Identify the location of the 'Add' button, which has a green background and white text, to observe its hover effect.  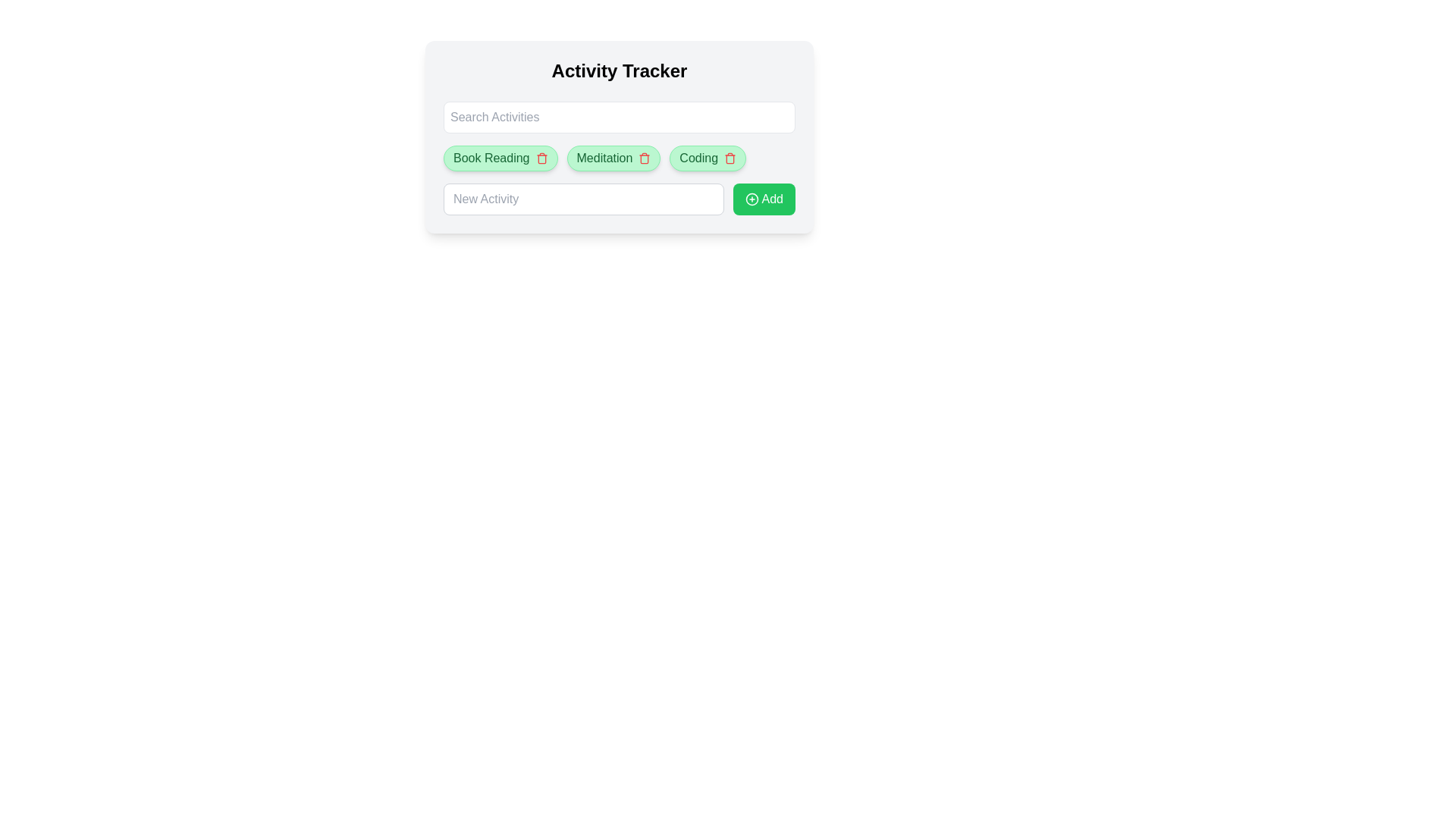
(764, 198).